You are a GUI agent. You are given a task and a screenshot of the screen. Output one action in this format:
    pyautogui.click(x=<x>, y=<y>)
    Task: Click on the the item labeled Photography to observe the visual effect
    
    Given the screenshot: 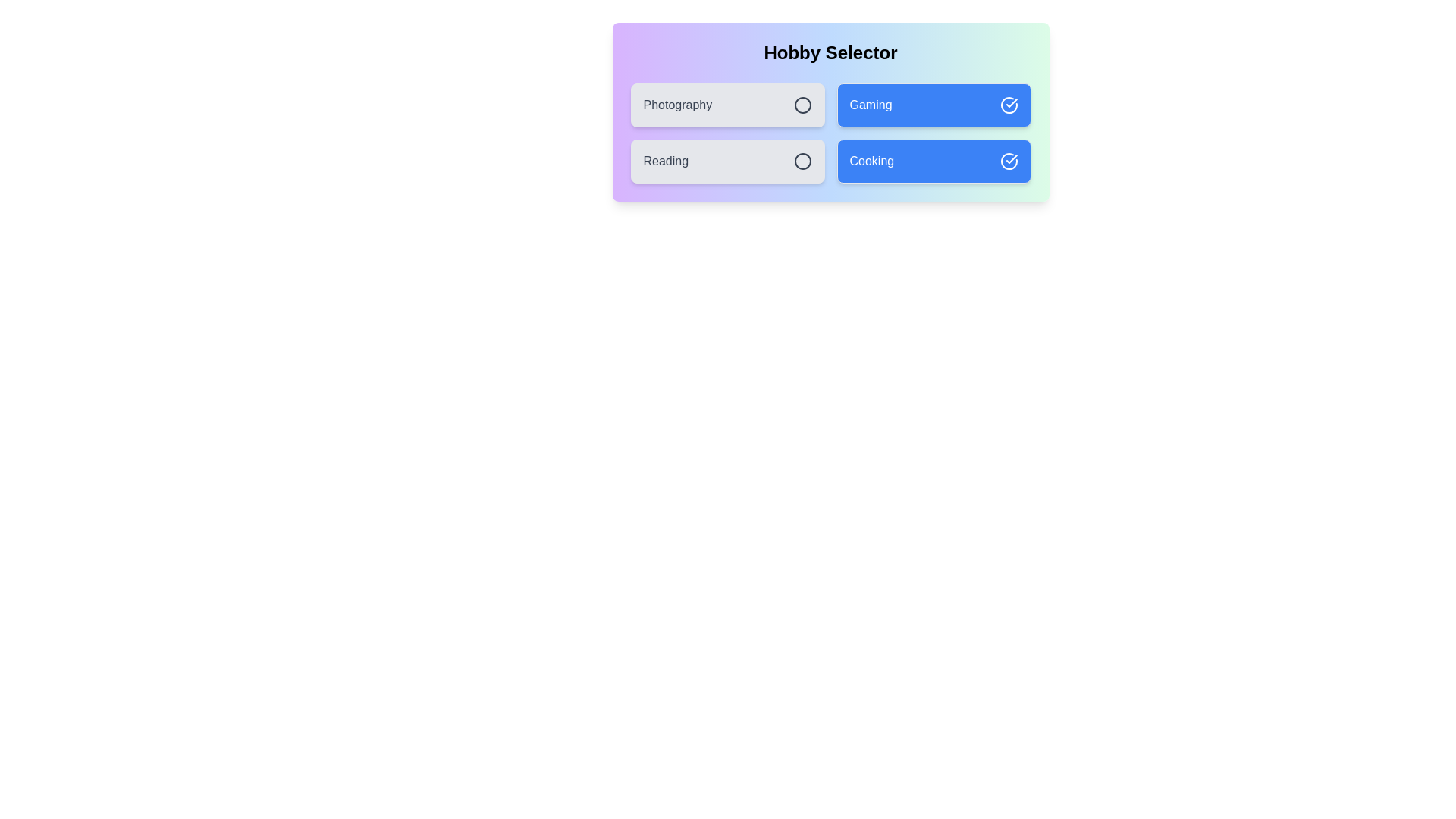 What is the action you would take?
    pyautogui.click(x=726, y=104)
    